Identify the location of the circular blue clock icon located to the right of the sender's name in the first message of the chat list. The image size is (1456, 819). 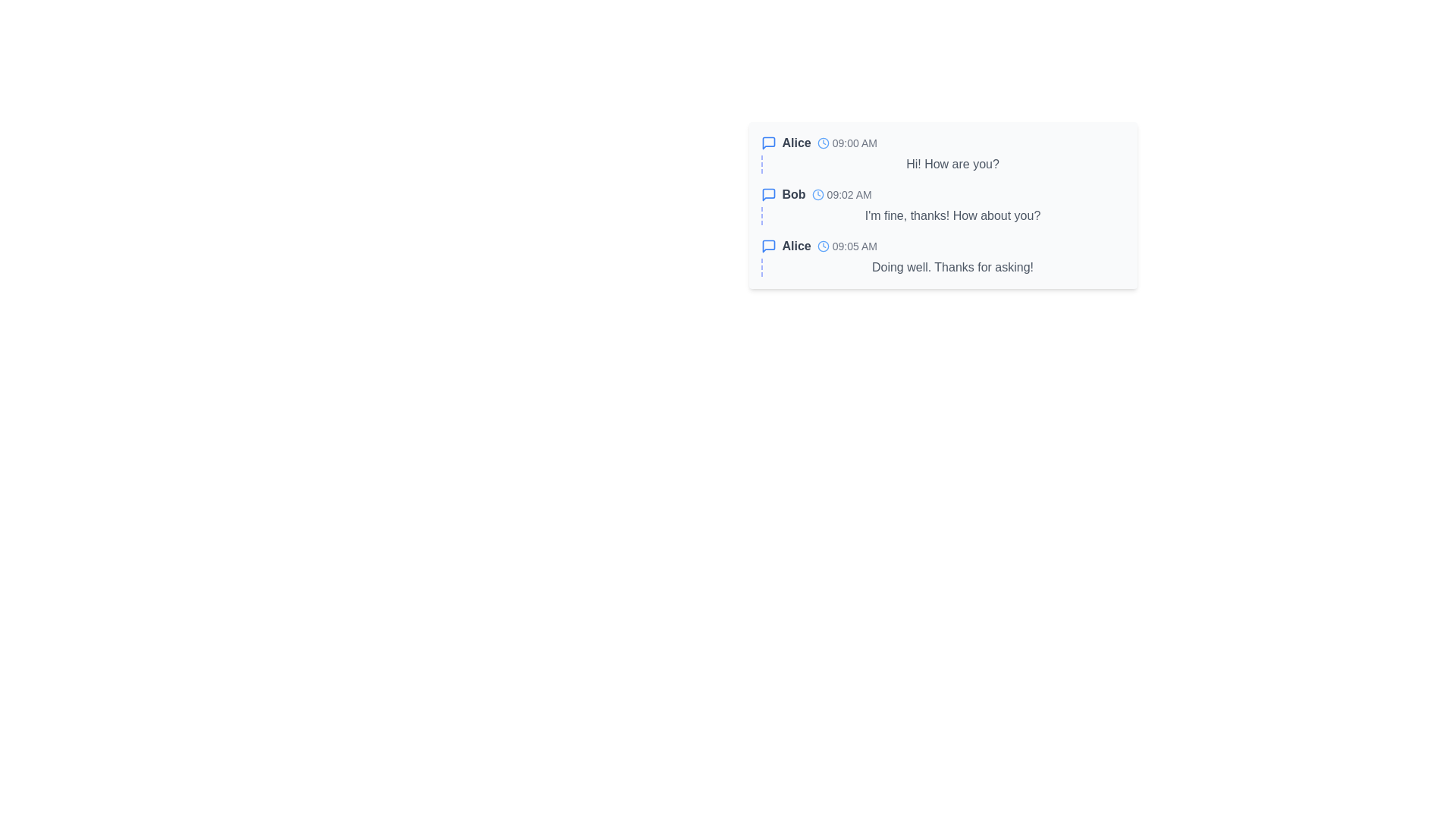
(822, 143).